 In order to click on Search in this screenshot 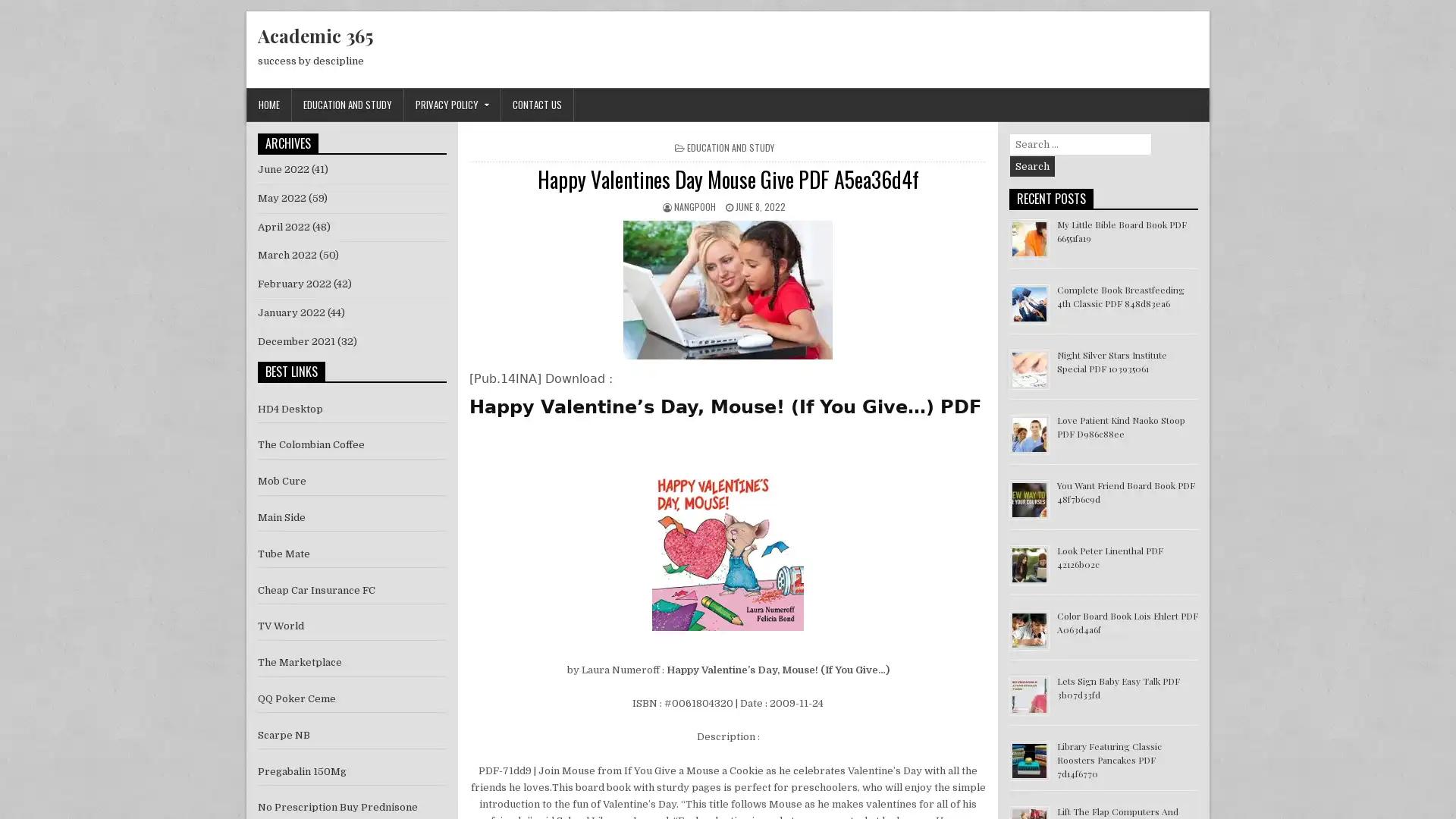, I will do `click(1031, 166)`.